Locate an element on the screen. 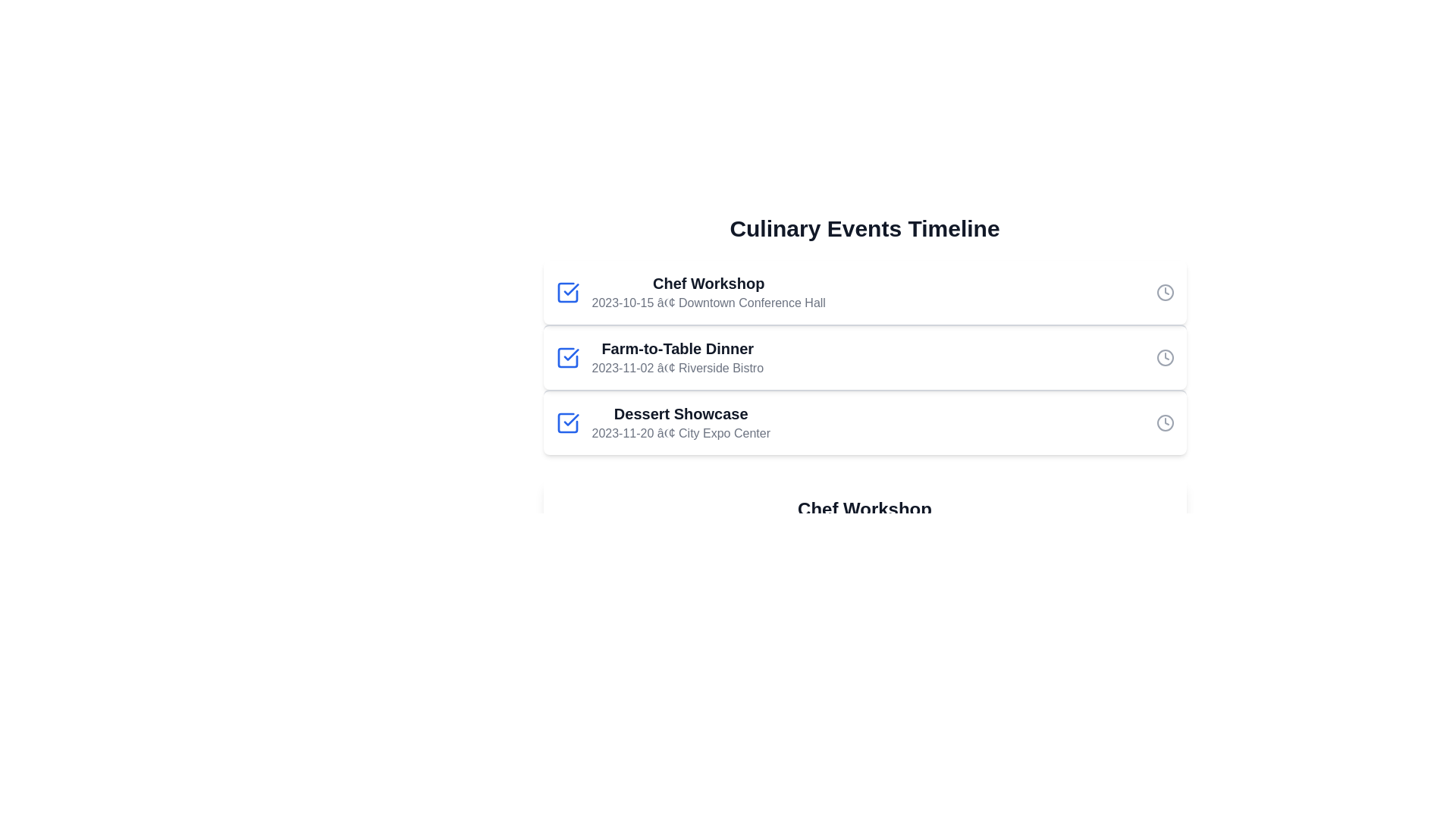  the text label describing the third event item in the timeline interface, which provides its title, date, and venue, located below 'Chef Workshop' and 'Farm-to-Table Dinner' is located at coordinates (663, 423).